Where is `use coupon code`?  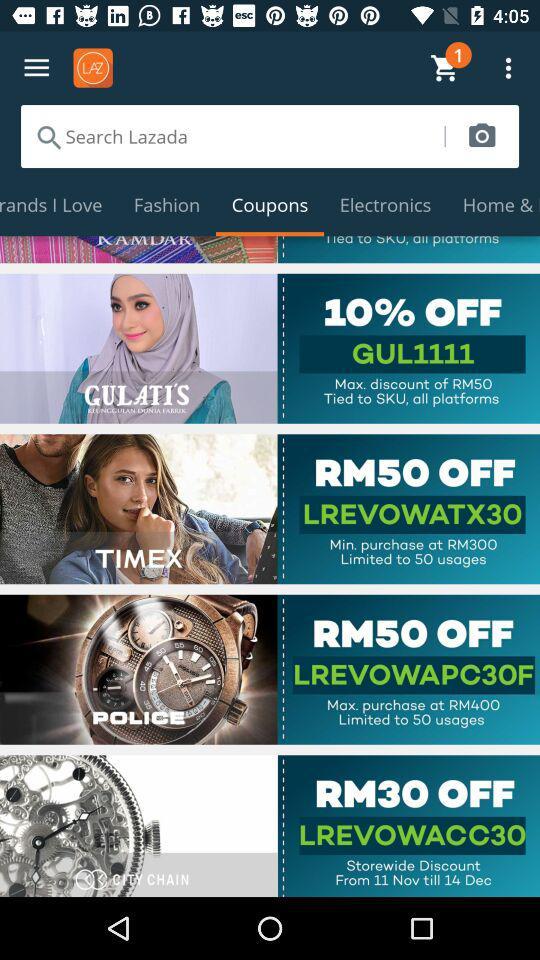 use coupon code is located at coordinates (270, 508).